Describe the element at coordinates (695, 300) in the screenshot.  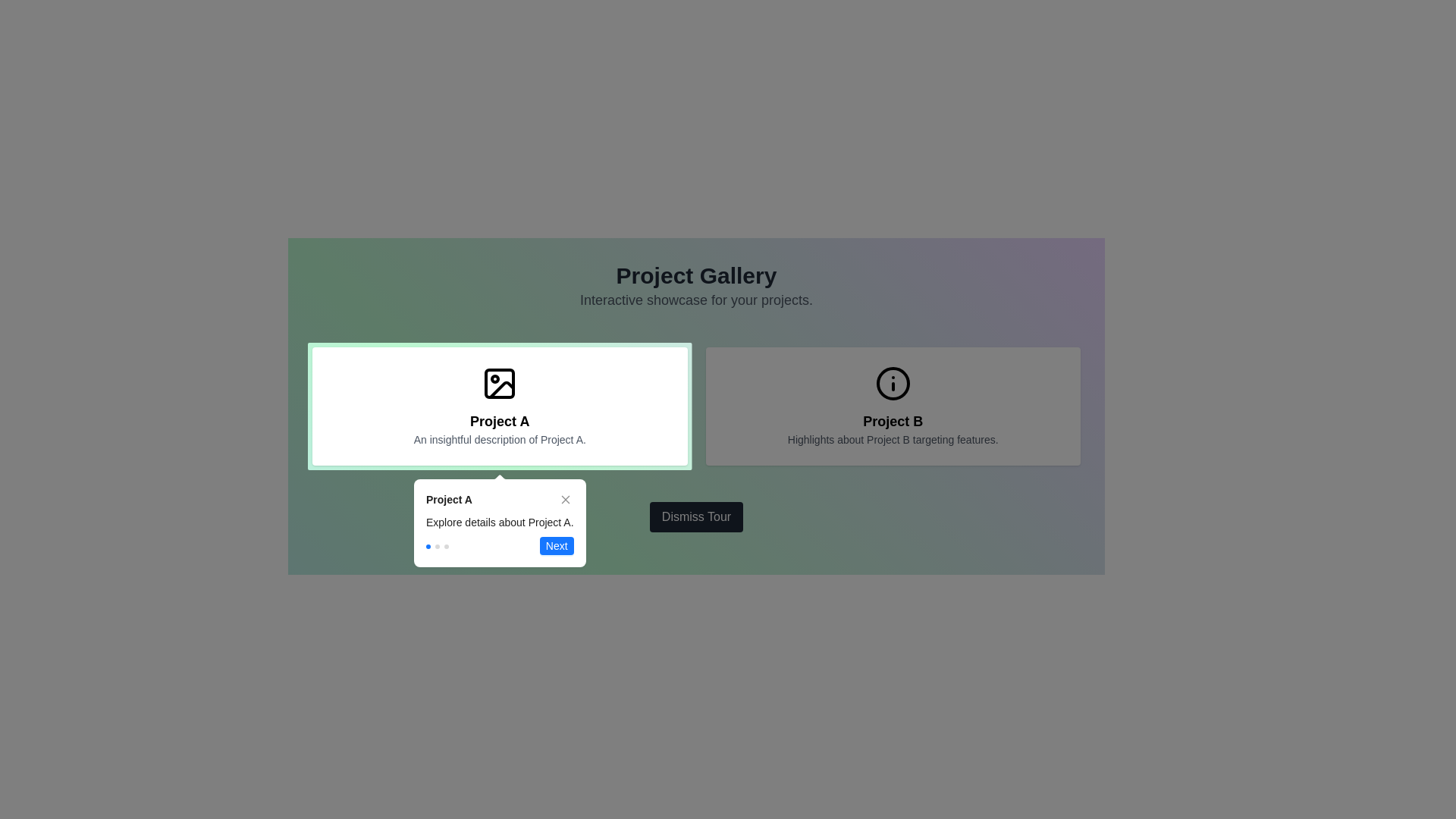
I see `static text element located directly below the 'Project Gallery' header, which serves as a subtitle providing additional context about the page's purpose` at that location.